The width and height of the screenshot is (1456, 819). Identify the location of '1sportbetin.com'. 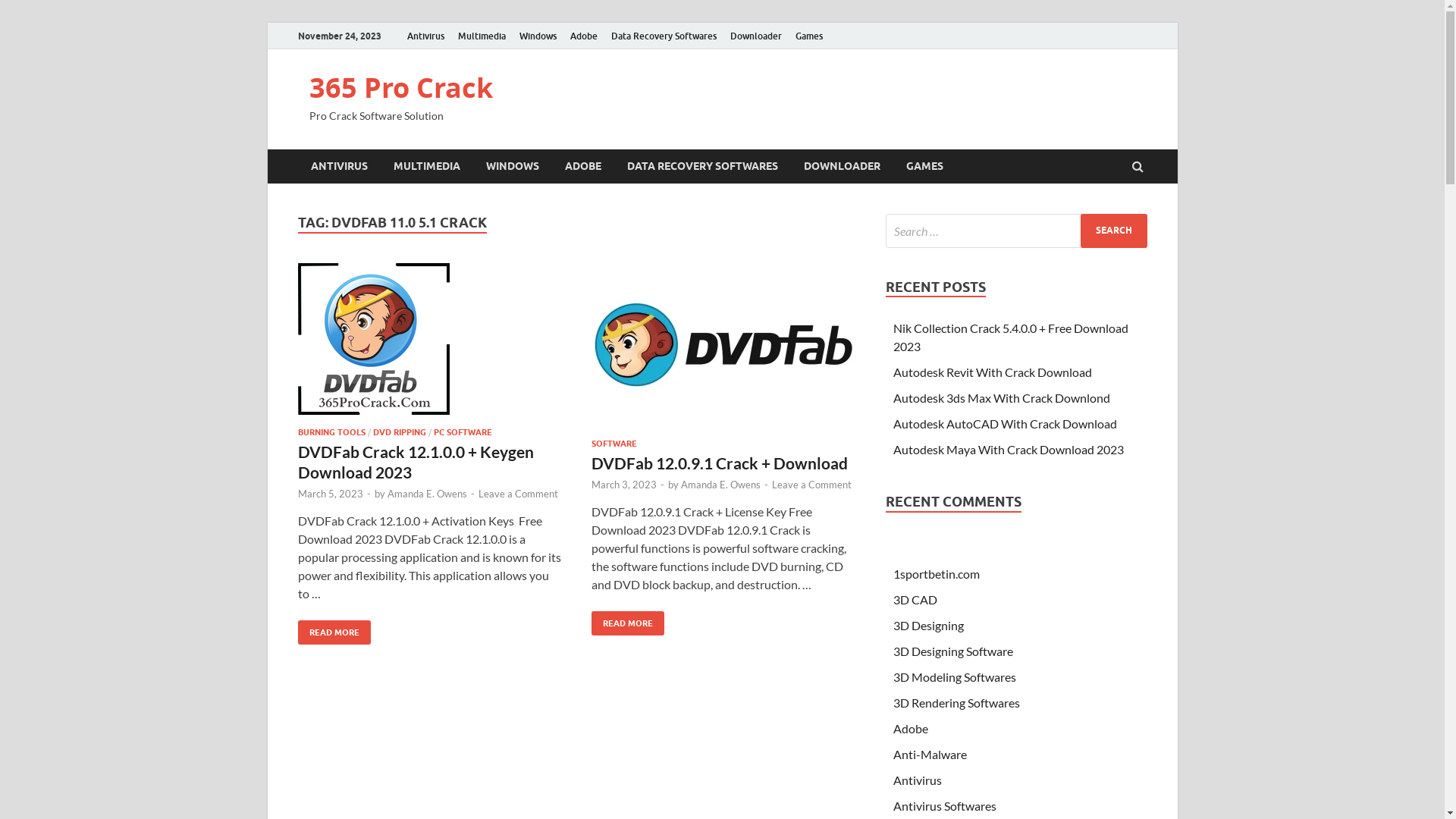
(935, 573).